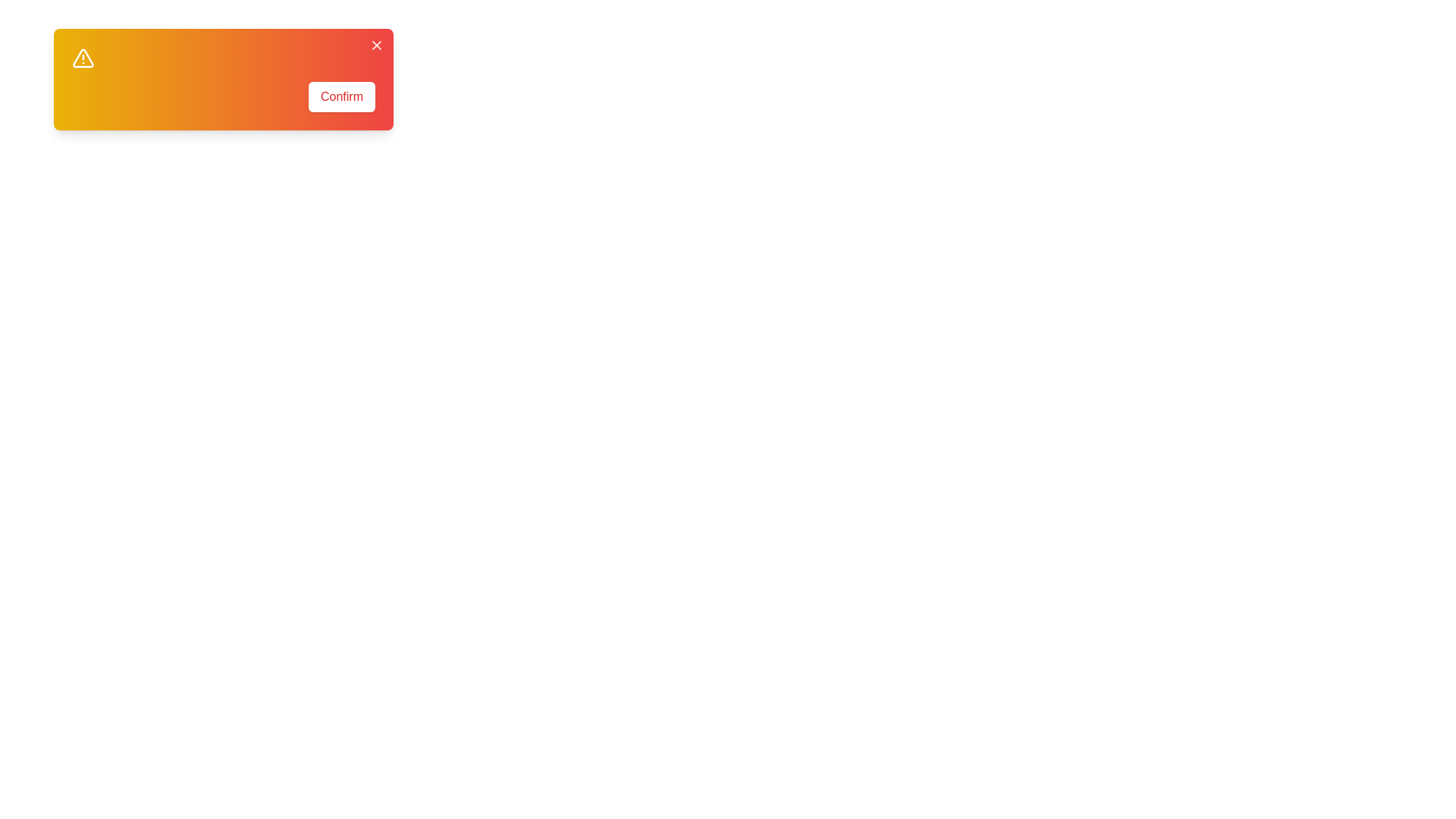 Image resolution: width=1456 pixels, height=819 pixels. What do you see at coordinates (83, 58) in the screenshot?
I see `the triangular outline of the warning icon located in the upper-left corner of the modal dialog box` at bounding box center [83, 58].